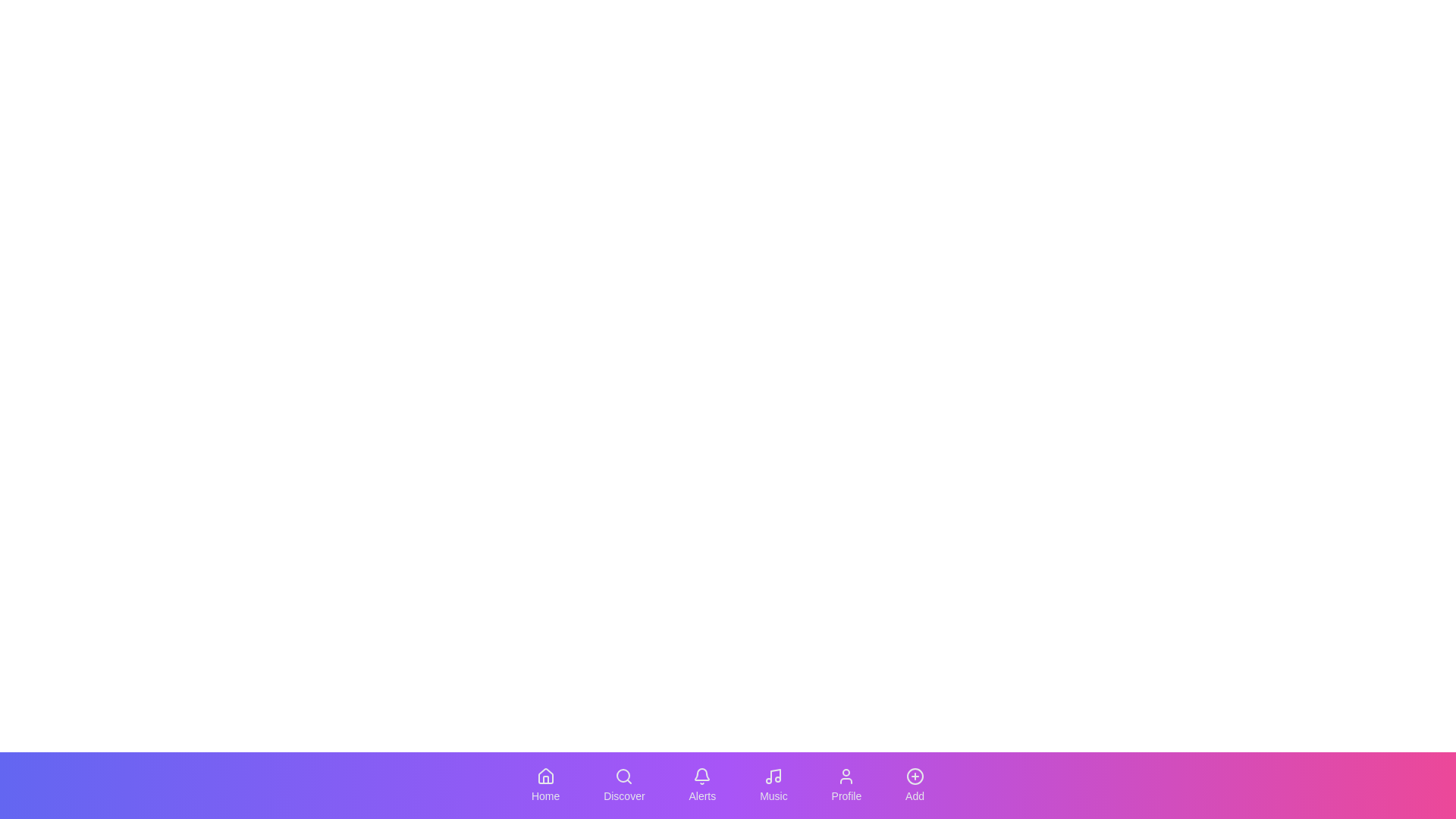 The width and height of the screenshot is (1456, 819). What do you see at coordinates (846, 785) in the screenshot?
I see `the navigation icon labeled Profile` at bounding box center [846, 785].